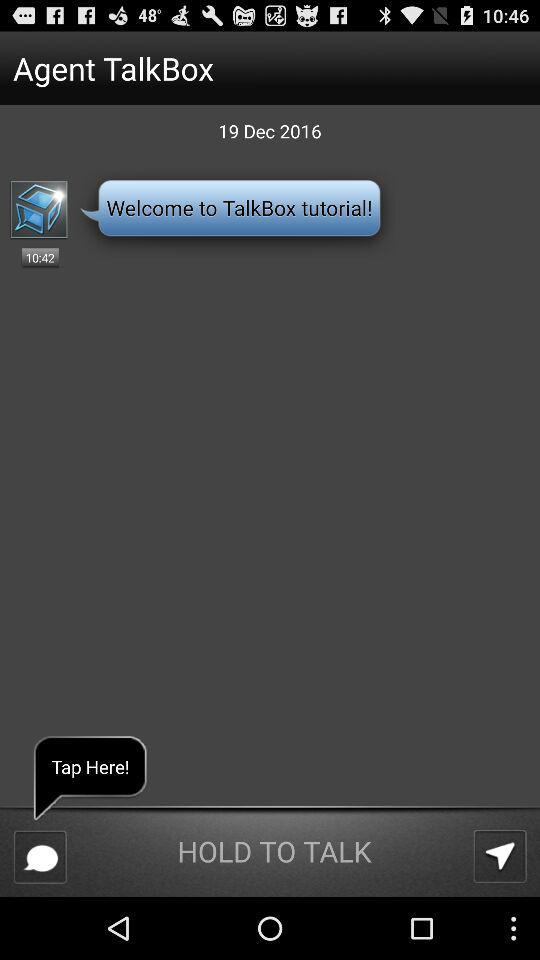  I want to click on the chat icon, so click(40, 917).